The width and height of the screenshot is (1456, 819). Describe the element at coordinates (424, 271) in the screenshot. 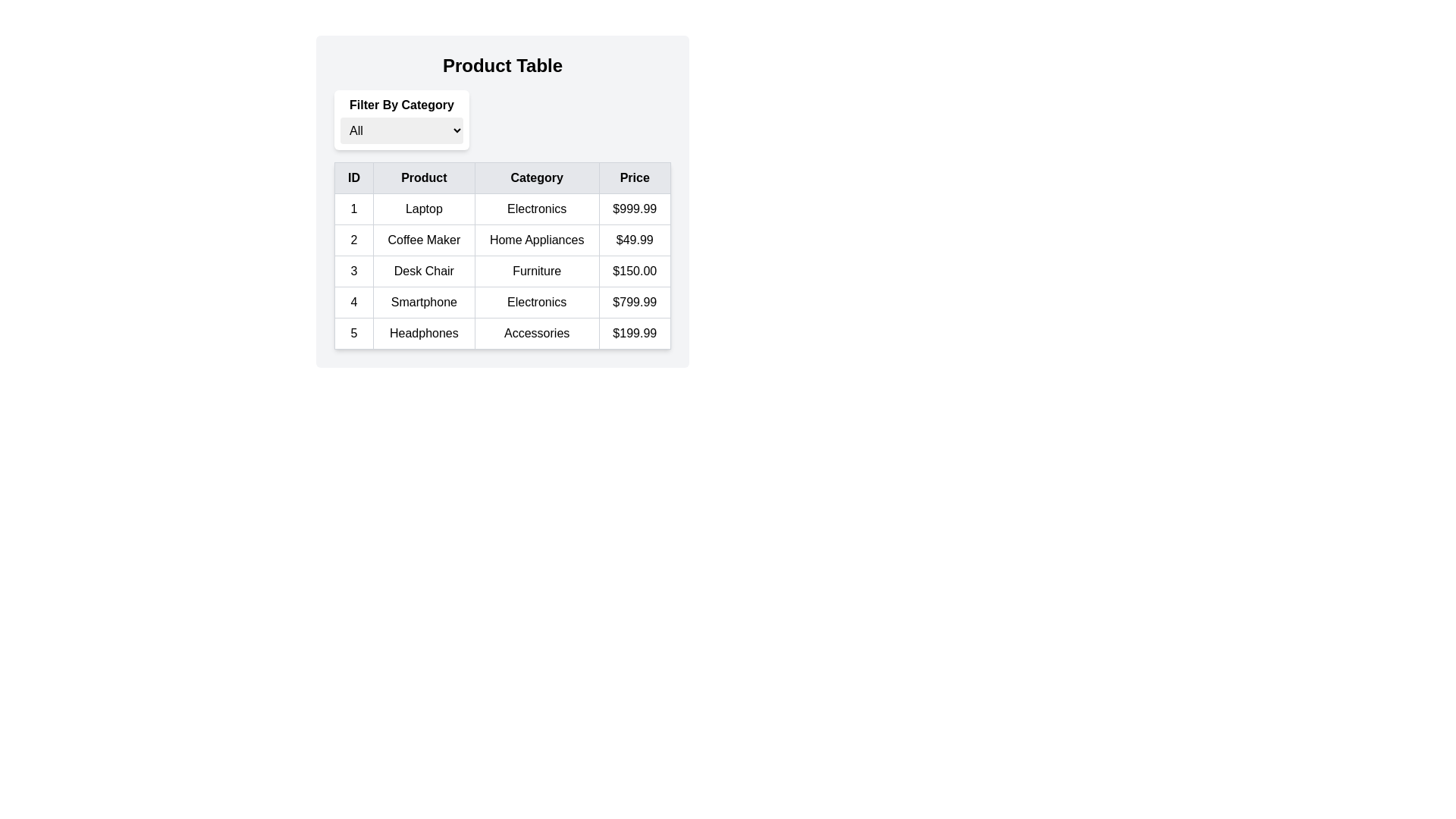

I see `the text element displaying 'Desk Chair'` at that location.